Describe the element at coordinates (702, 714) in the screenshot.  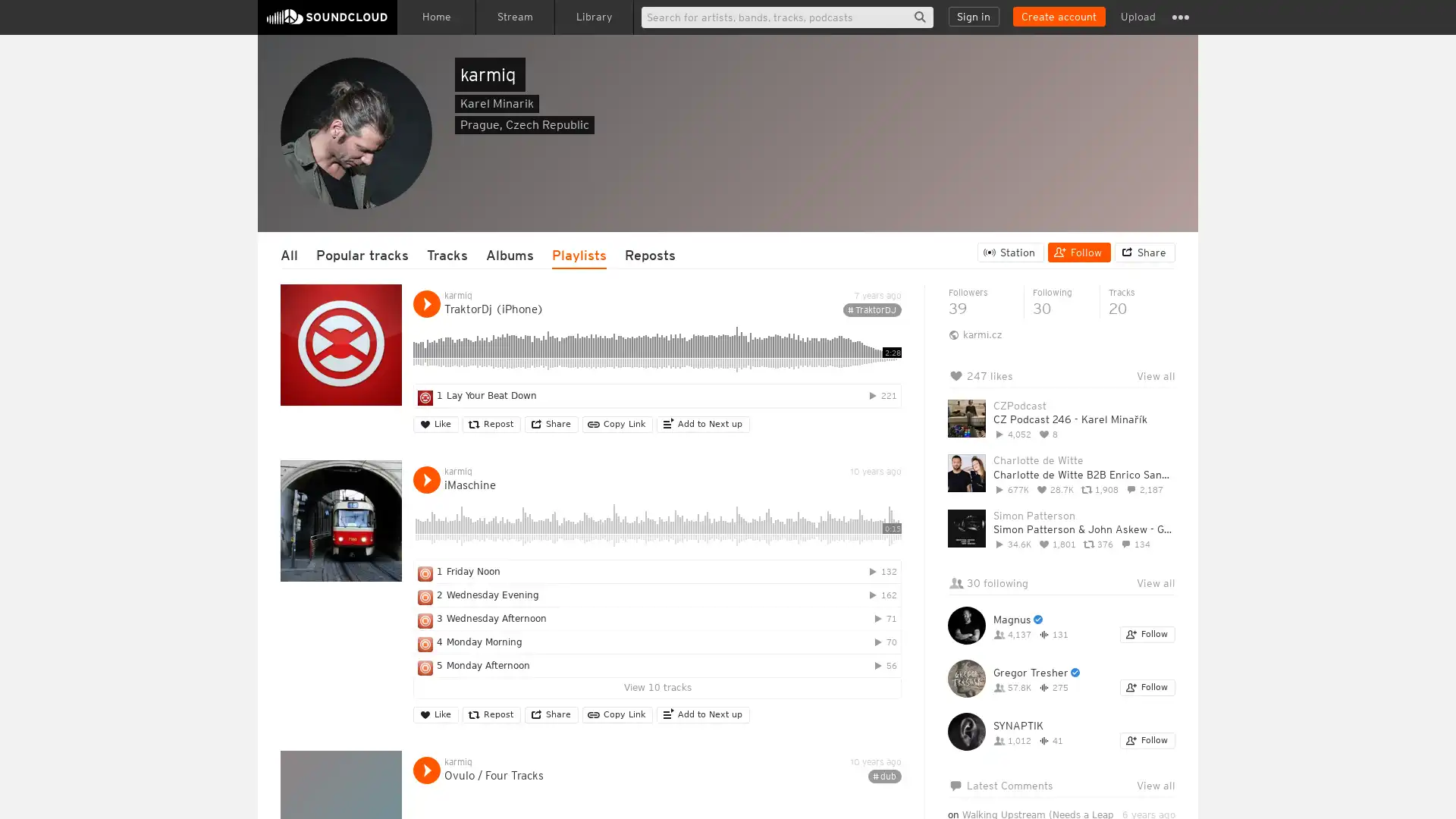
I see `Add to Next up` at that location.